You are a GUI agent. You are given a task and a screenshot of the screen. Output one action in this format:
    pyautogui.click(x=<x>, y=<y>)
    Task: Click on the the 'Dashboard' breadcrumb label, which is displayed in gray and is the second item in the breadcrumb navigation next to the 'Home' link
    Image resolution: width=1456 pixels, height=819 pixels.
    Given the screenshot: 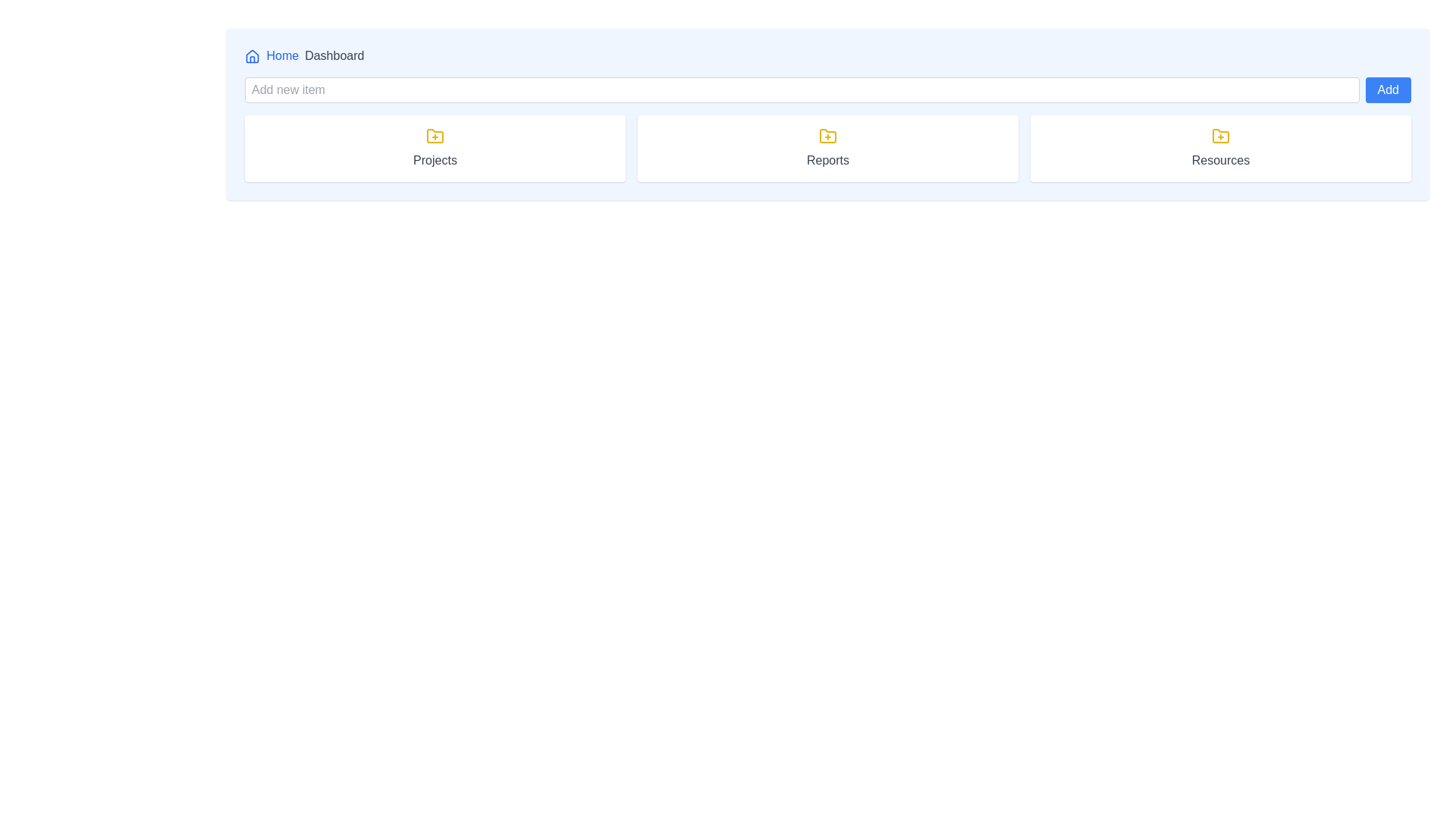 What is the action you would take?
    pyautogui.click(x=334, y=55)
    